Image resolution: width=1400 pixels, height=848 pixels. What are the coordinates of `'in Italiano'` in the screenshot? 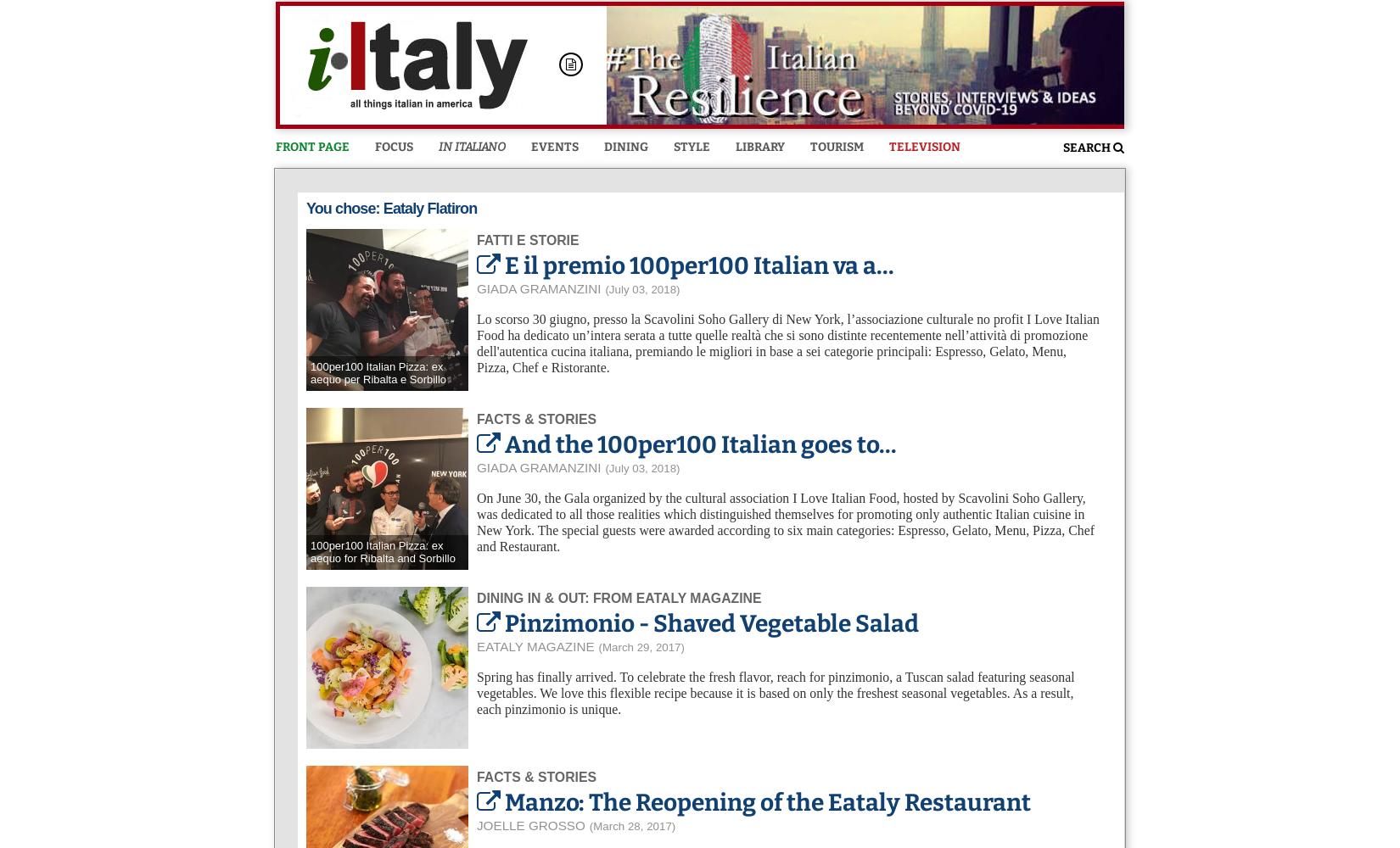 It's located at (471, 147).